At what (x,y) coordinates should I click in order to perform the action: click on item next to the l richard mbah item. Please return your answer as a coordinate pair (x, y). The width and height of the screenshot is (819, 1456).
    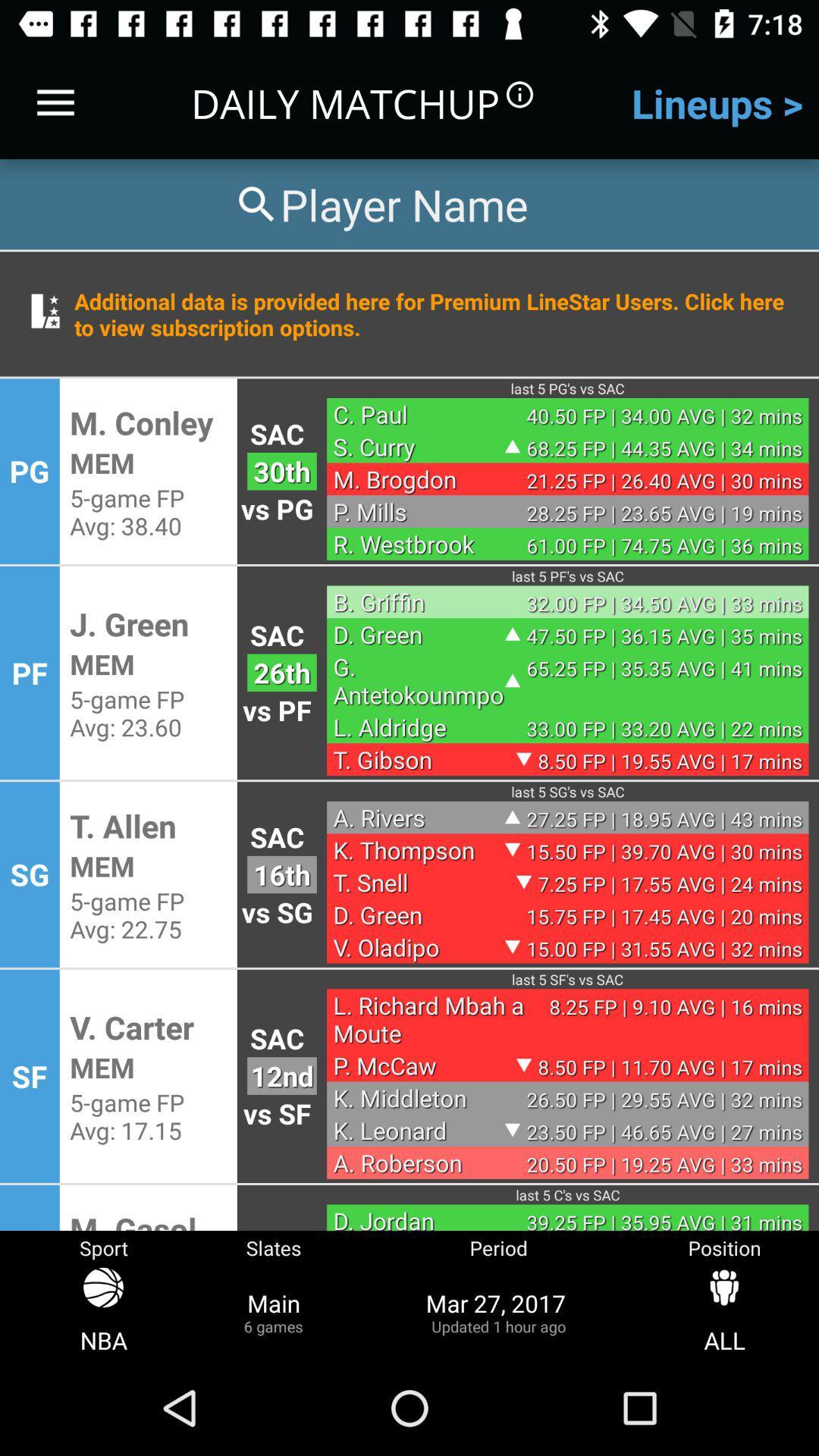
    Looking at the image, I should click on (281, 1075).